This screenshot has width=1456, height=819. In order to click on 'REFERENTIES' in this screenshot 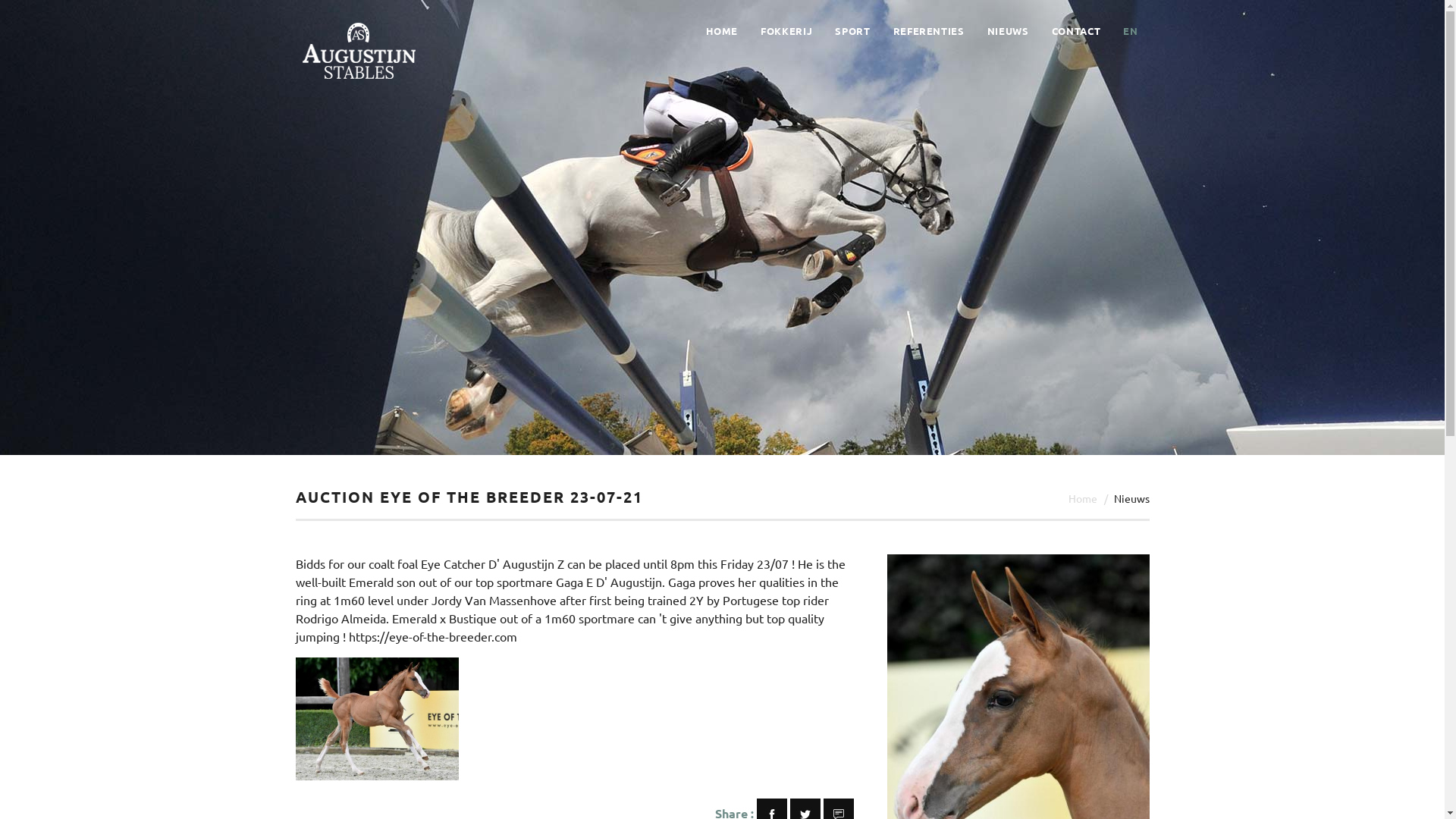, I will do `click(927, 31)`.